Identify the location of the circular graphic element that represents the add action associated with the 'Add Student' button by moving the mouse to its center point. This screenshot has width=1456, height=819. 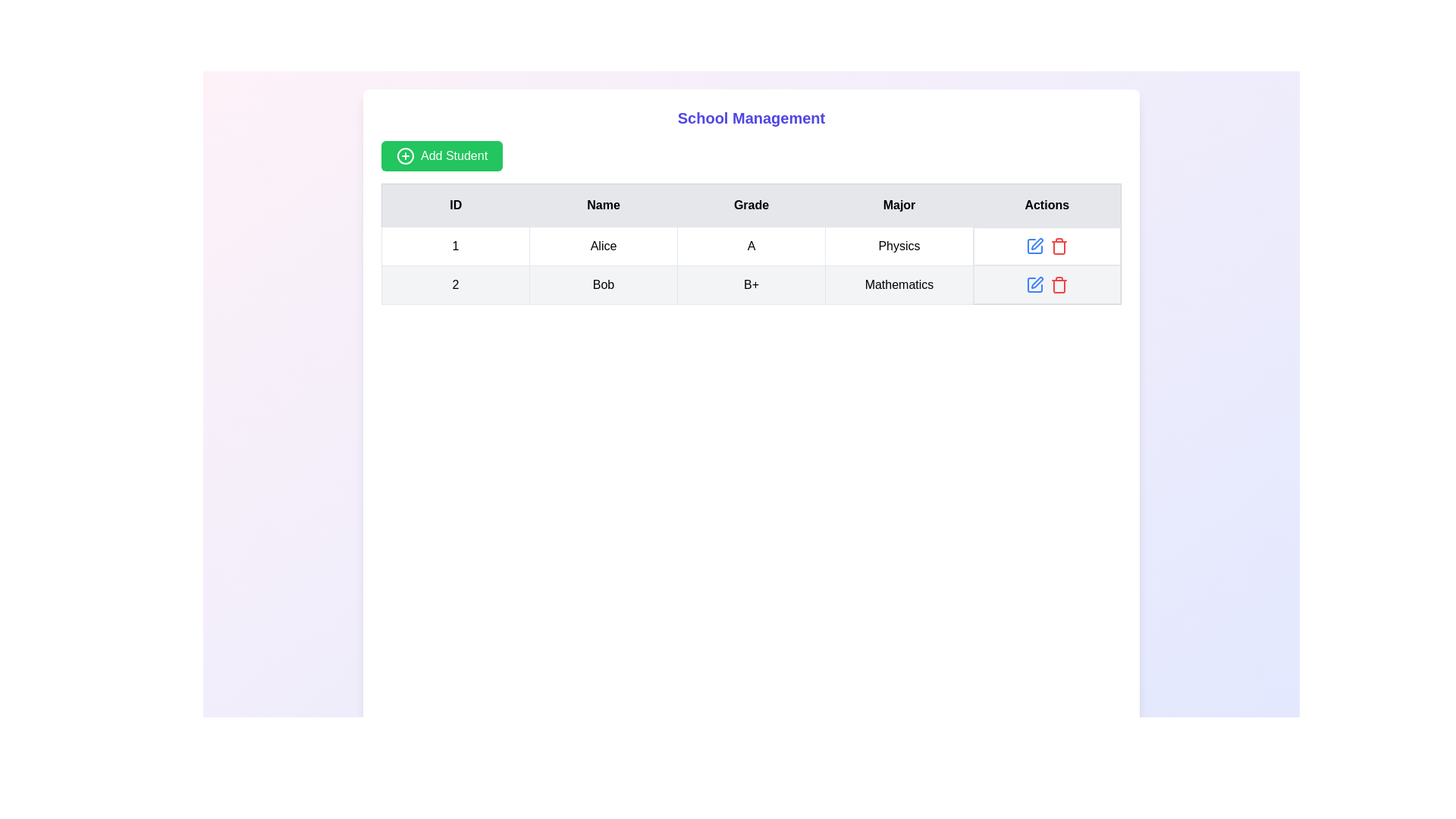
(405, 155).